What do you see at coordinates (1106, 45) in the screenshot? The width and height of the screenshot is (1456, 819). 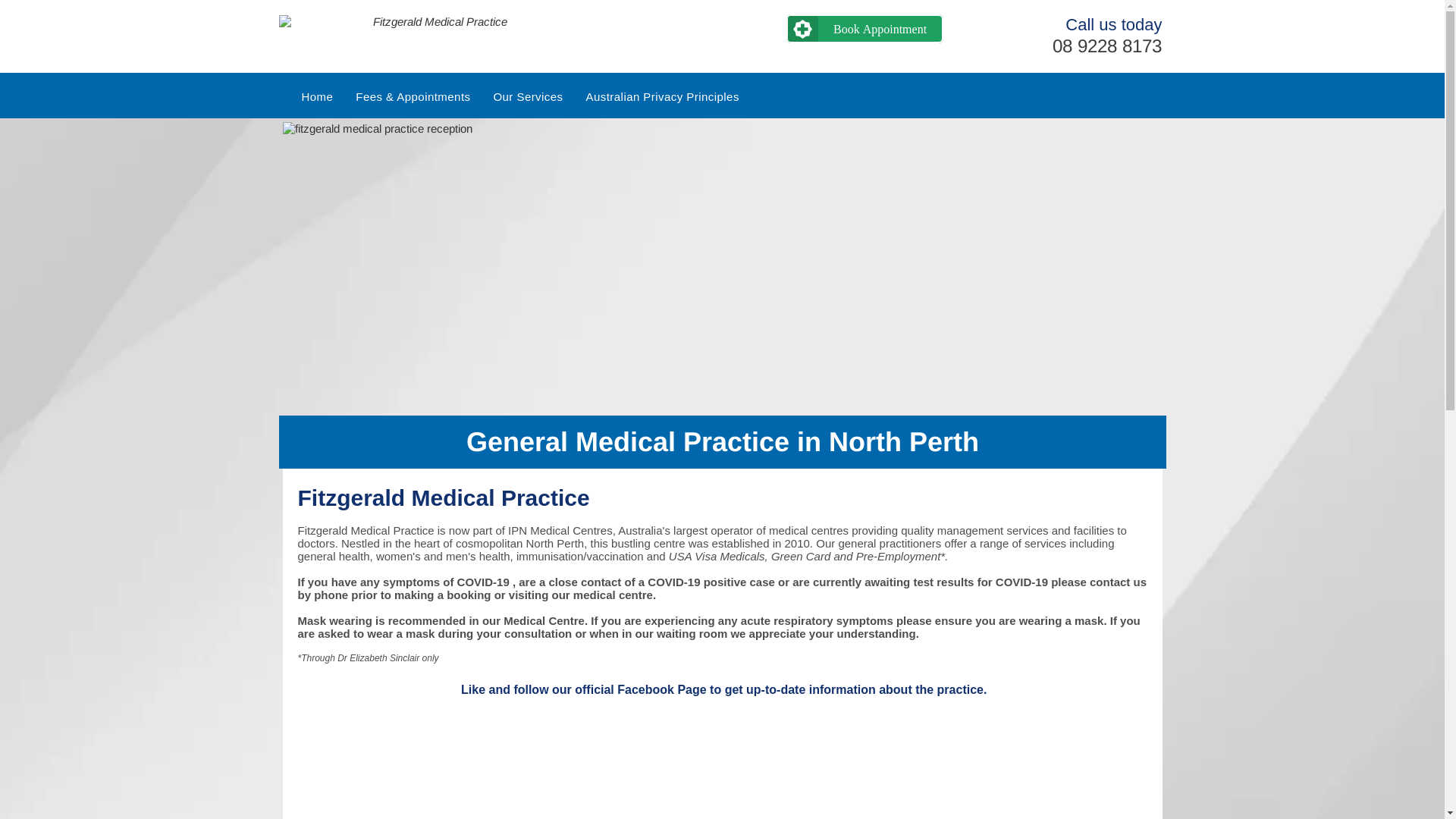 I see `'08 9228 8173'` at bounding box center [1106, 45].